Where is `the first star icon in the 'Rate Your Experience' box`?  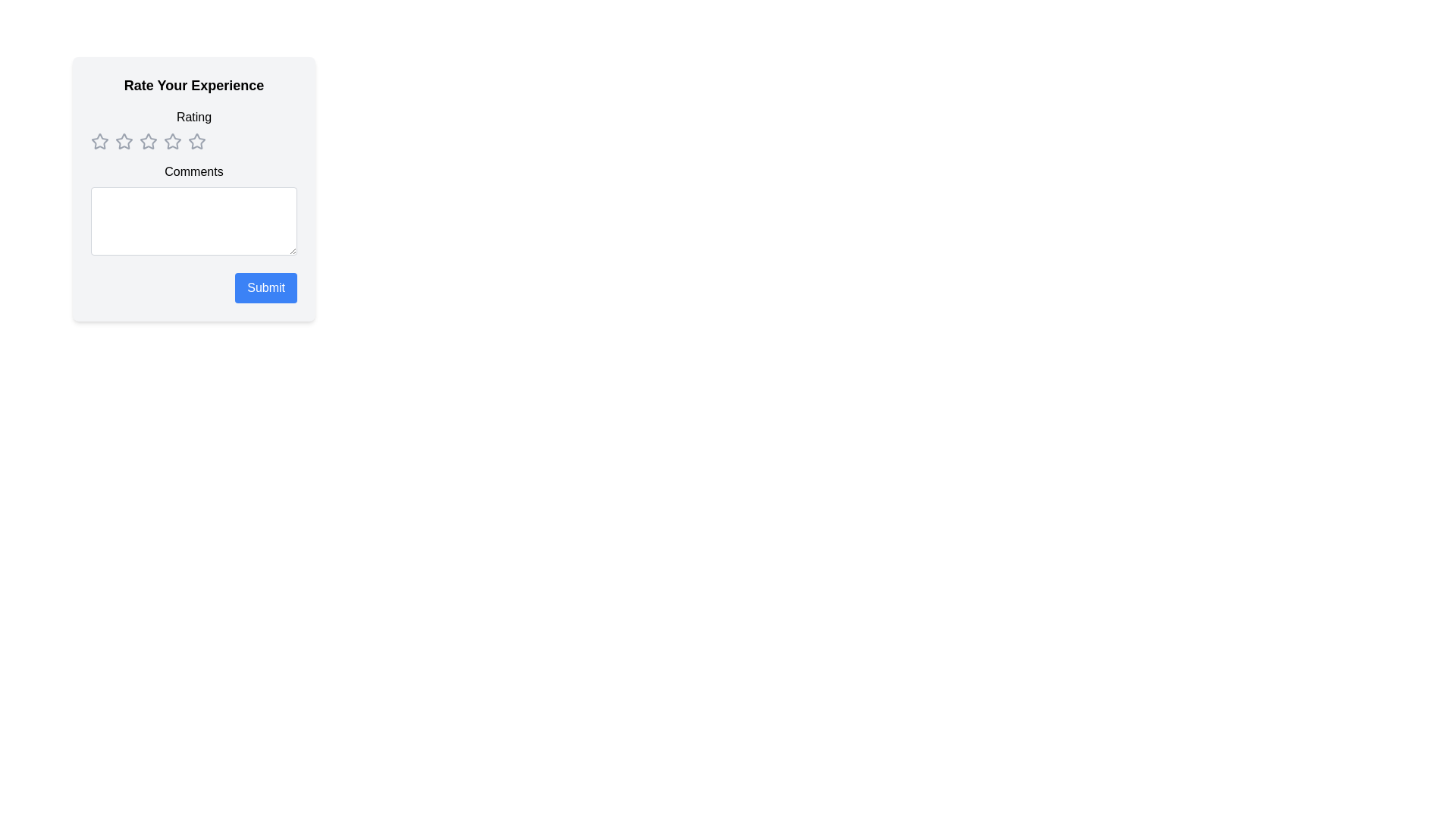
the first star icon in the 'Rate Your Experience' box is located at coordinates (99, 141).